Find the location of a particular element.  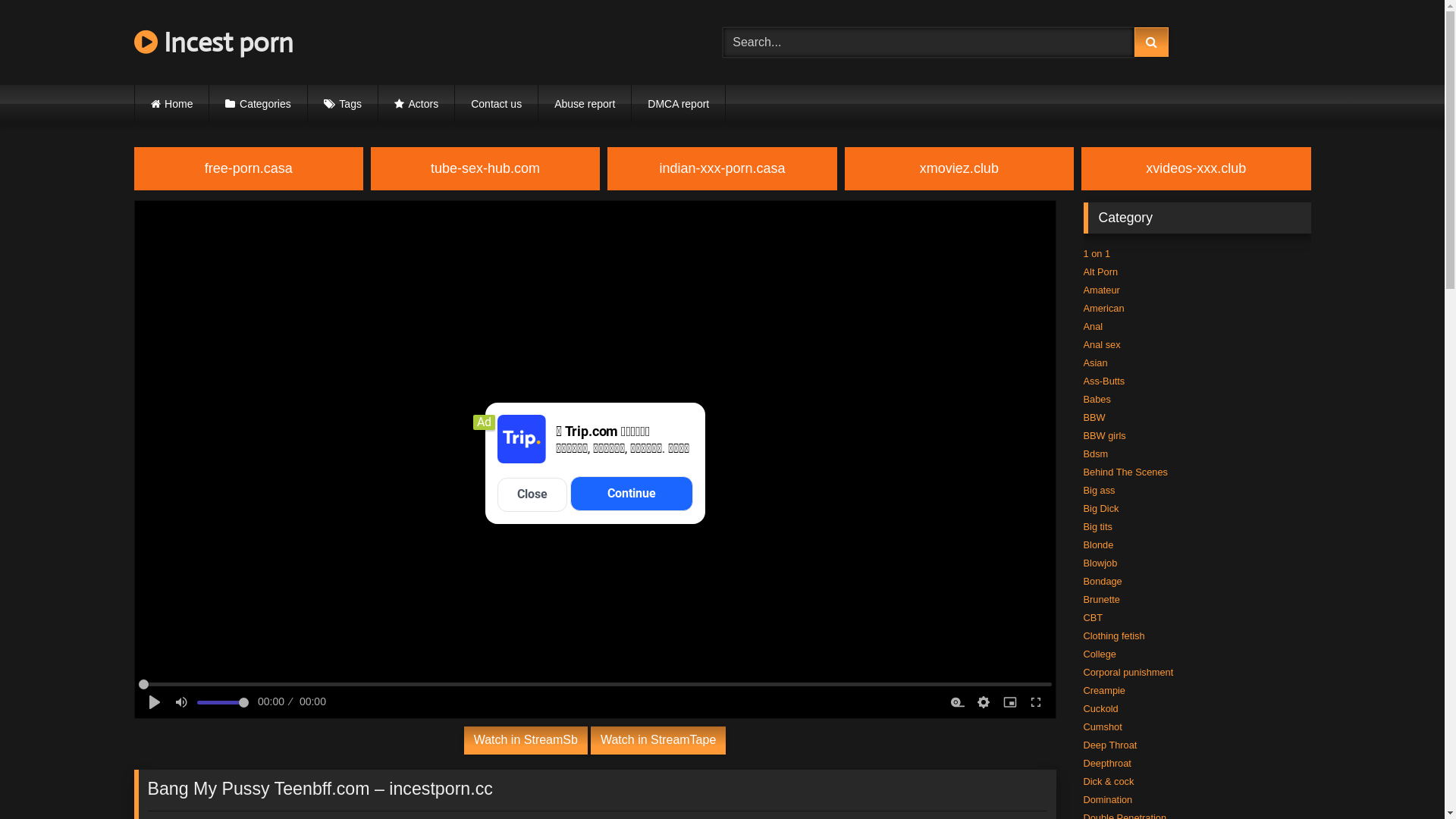

'Incest porn' is located at coordinates (212, 42).